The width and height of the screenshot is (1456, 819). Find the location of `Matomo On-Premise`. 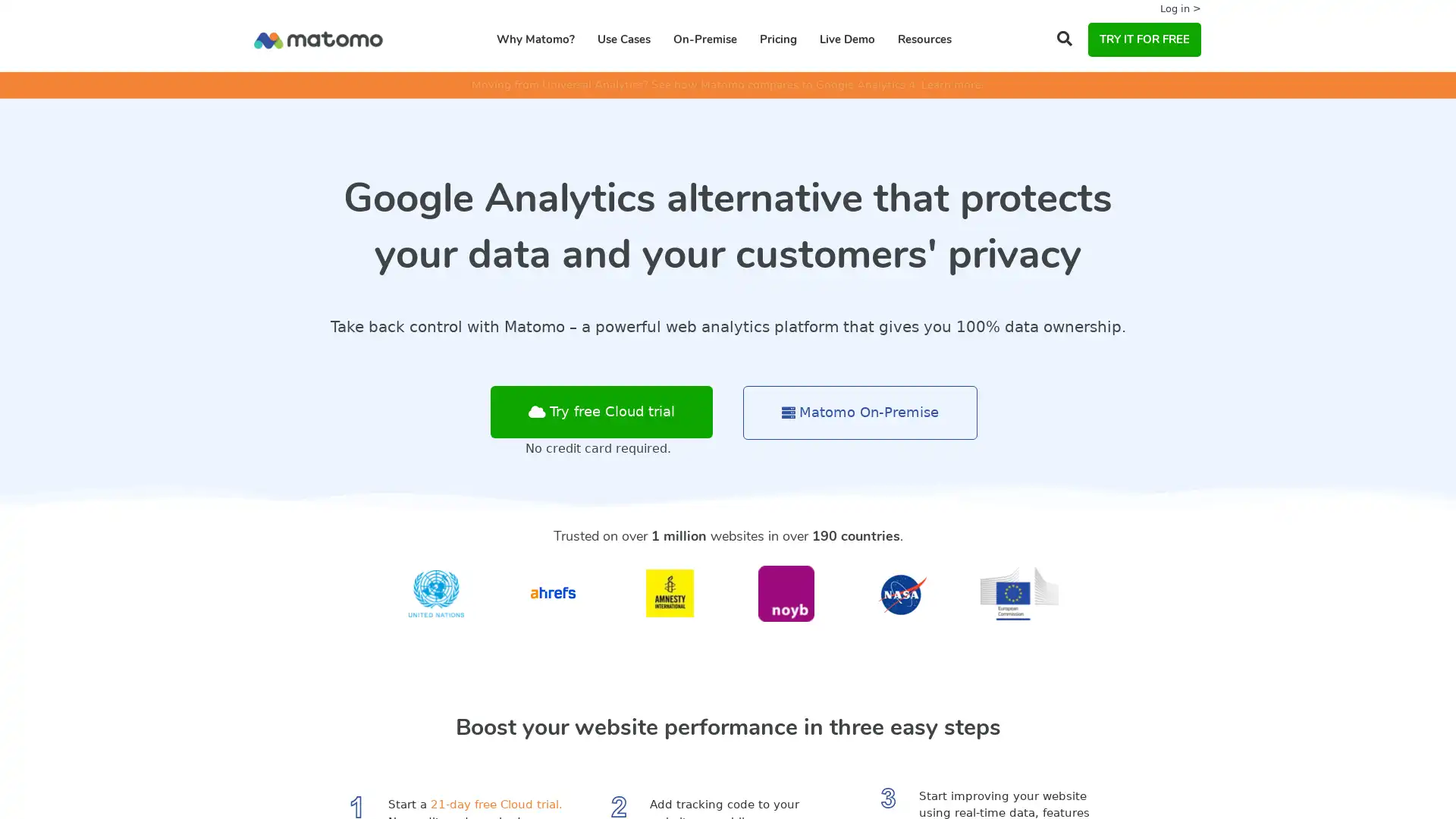

Matomo On-Premise is located at coordinates (860, 413).